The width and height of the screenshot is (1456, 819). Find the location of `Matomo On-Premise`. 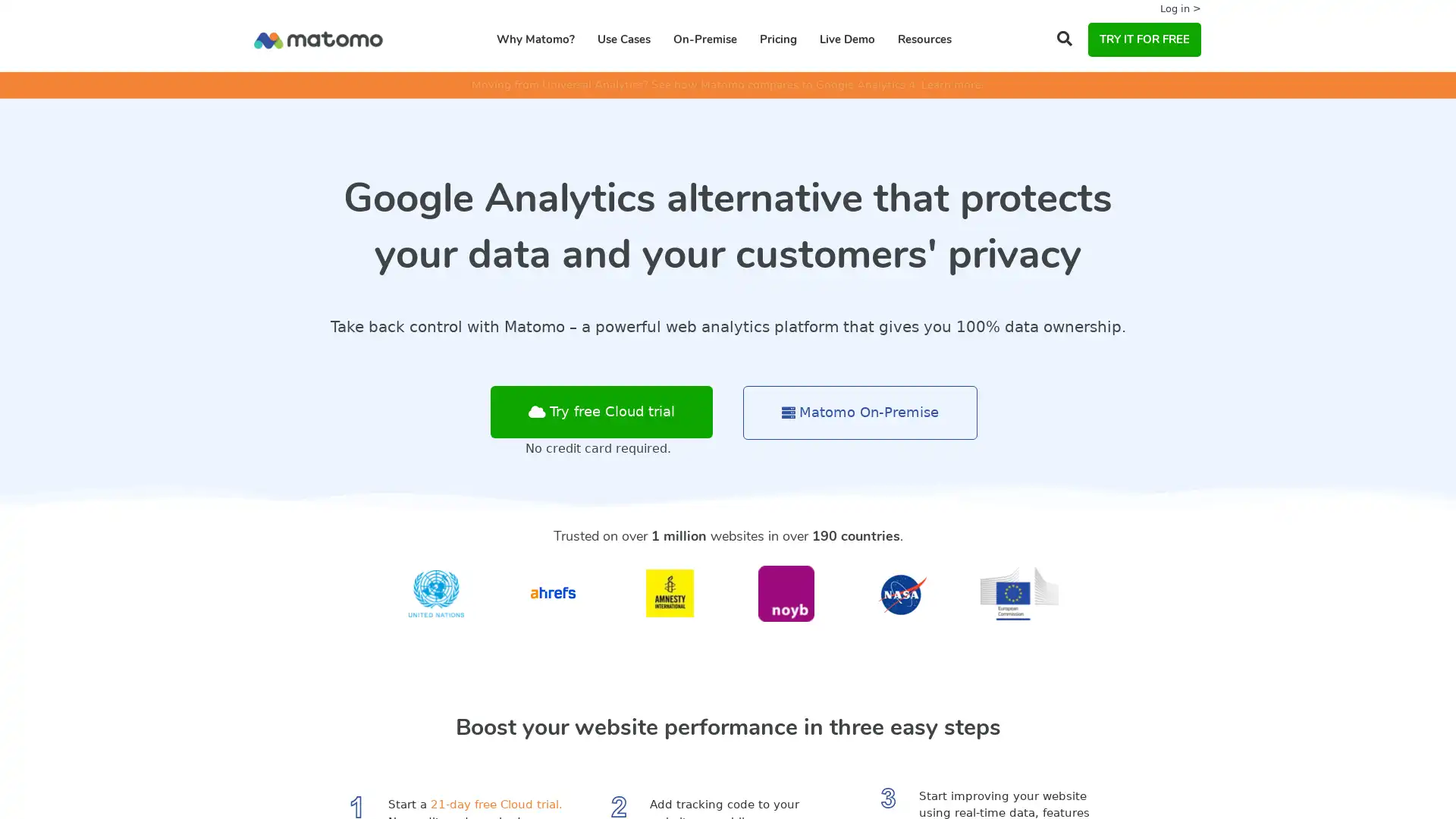

Matomo On-Premise is located at coordinates (860, 413).